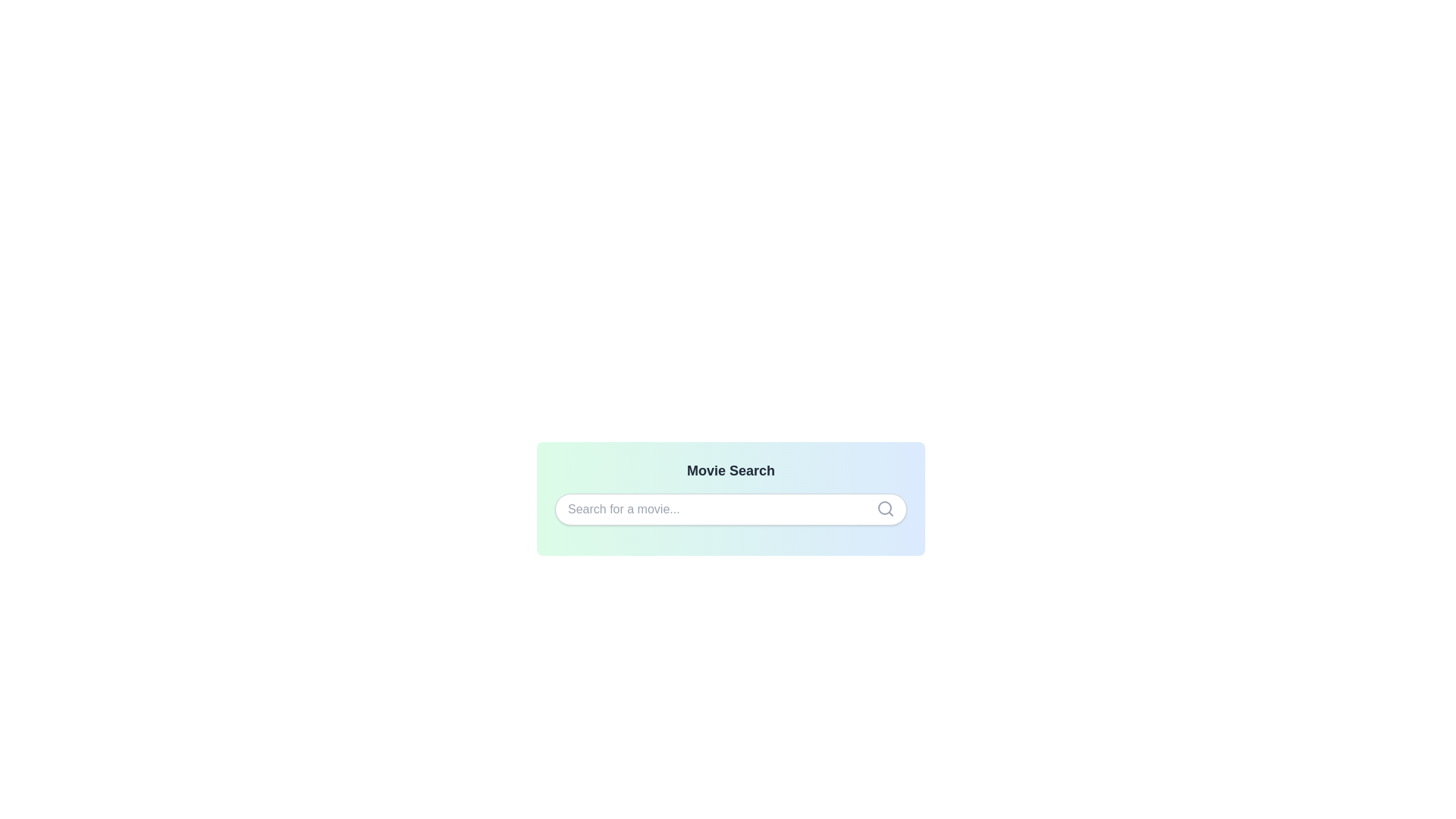 The height and width of the screenshot is (819, 1456). Describe the element at coordinates (731, 499) in the screenshot. I see `the input field of the 'Movie Search' panel to focus on it` at that location.